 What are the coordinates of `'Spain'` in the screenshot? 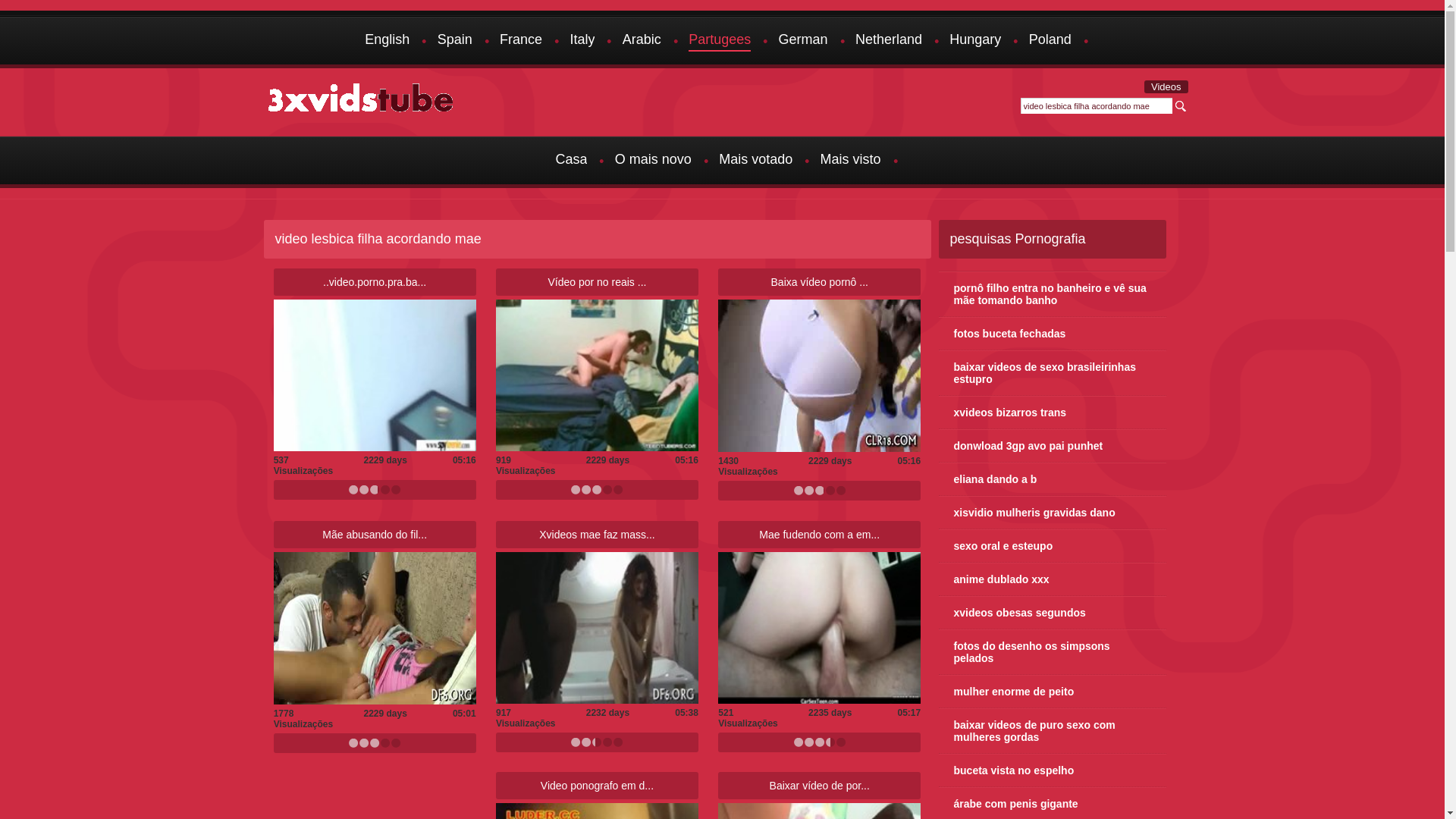 It's located at (454, 40).